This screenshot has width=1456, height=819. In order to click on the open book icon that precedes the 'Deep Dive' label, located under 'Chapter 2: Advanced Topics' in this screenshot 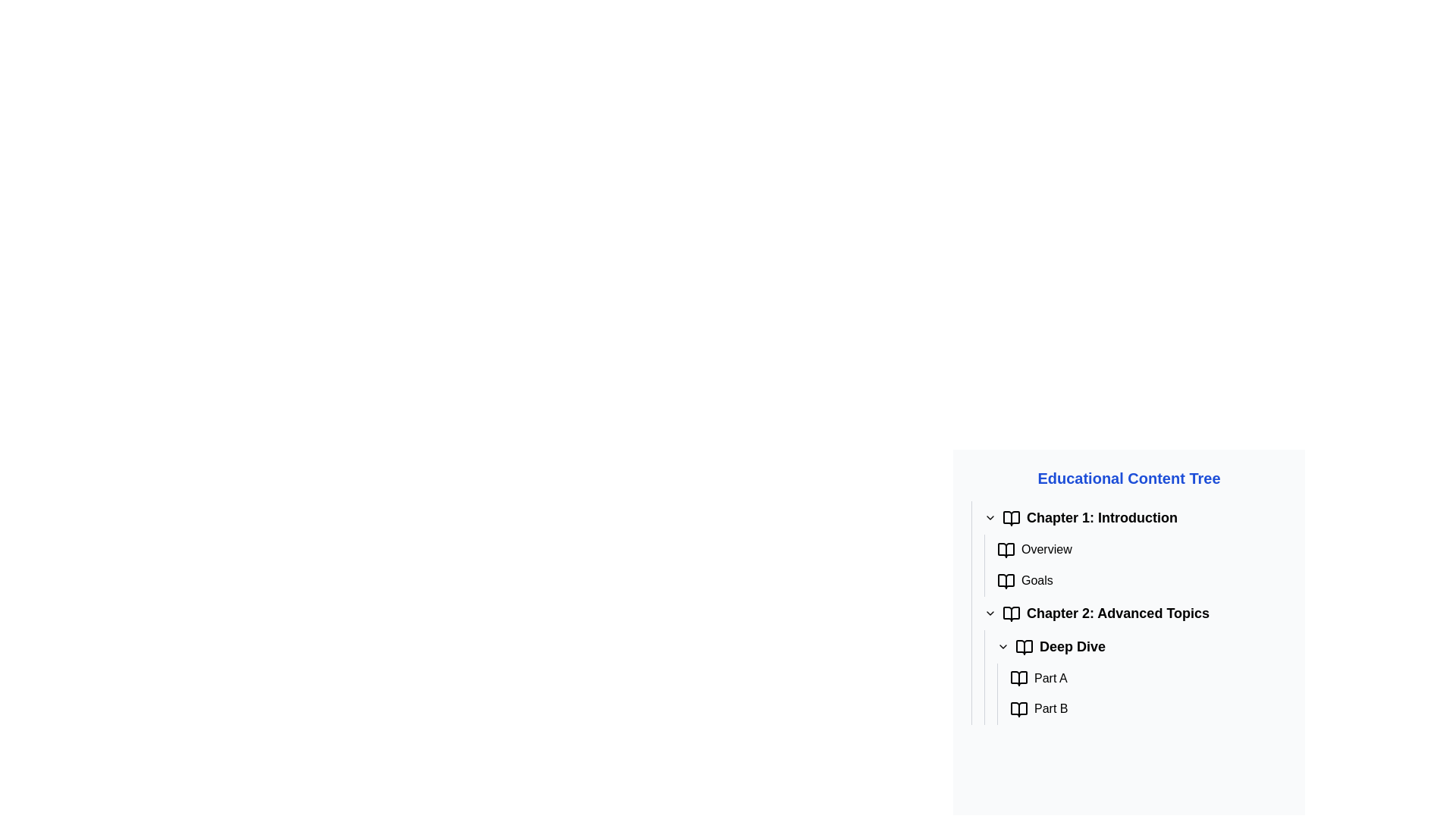, I will do `click(1024, 646)`.